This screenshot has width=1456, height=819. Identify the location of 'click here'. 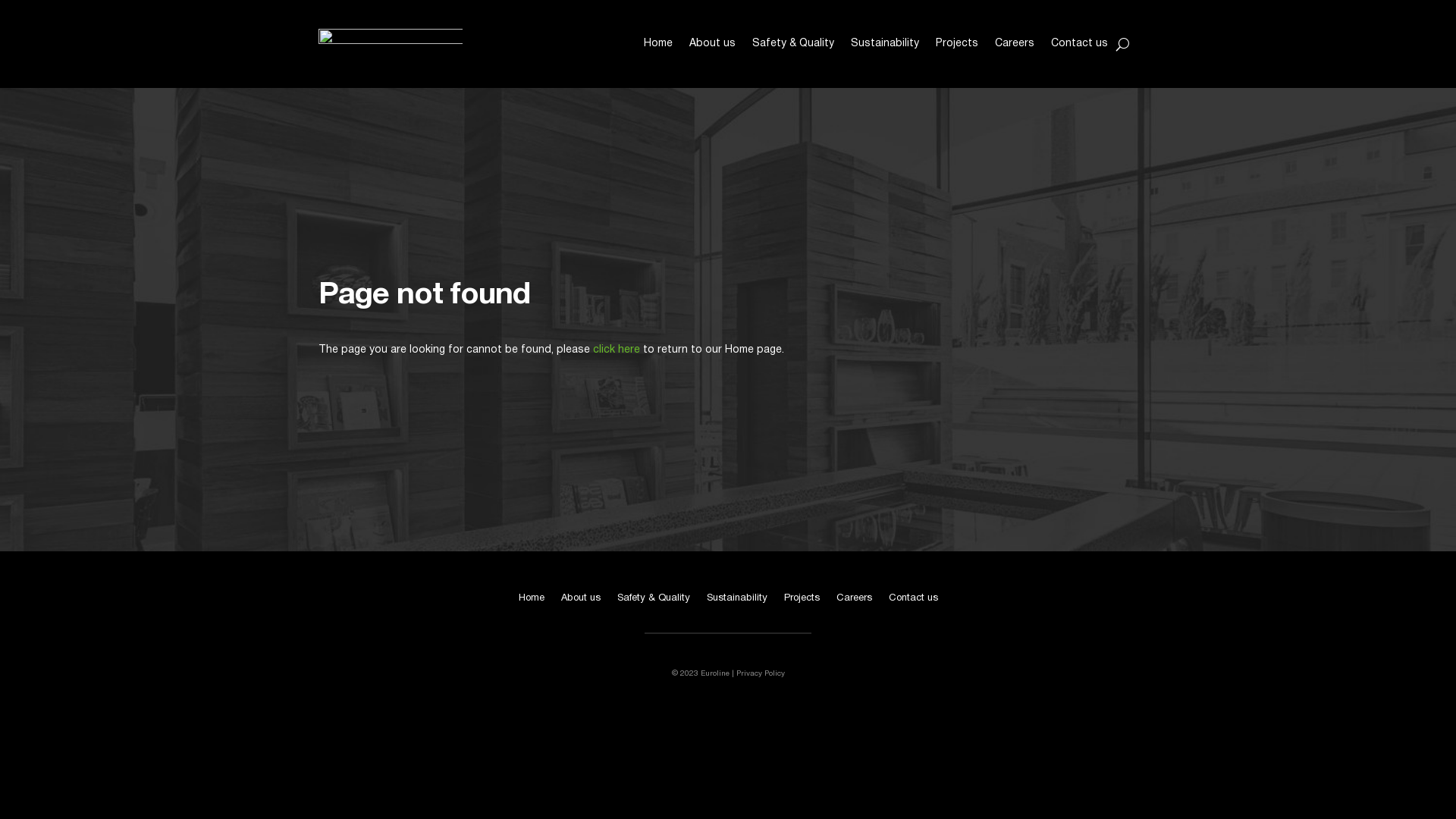
(616, 350).